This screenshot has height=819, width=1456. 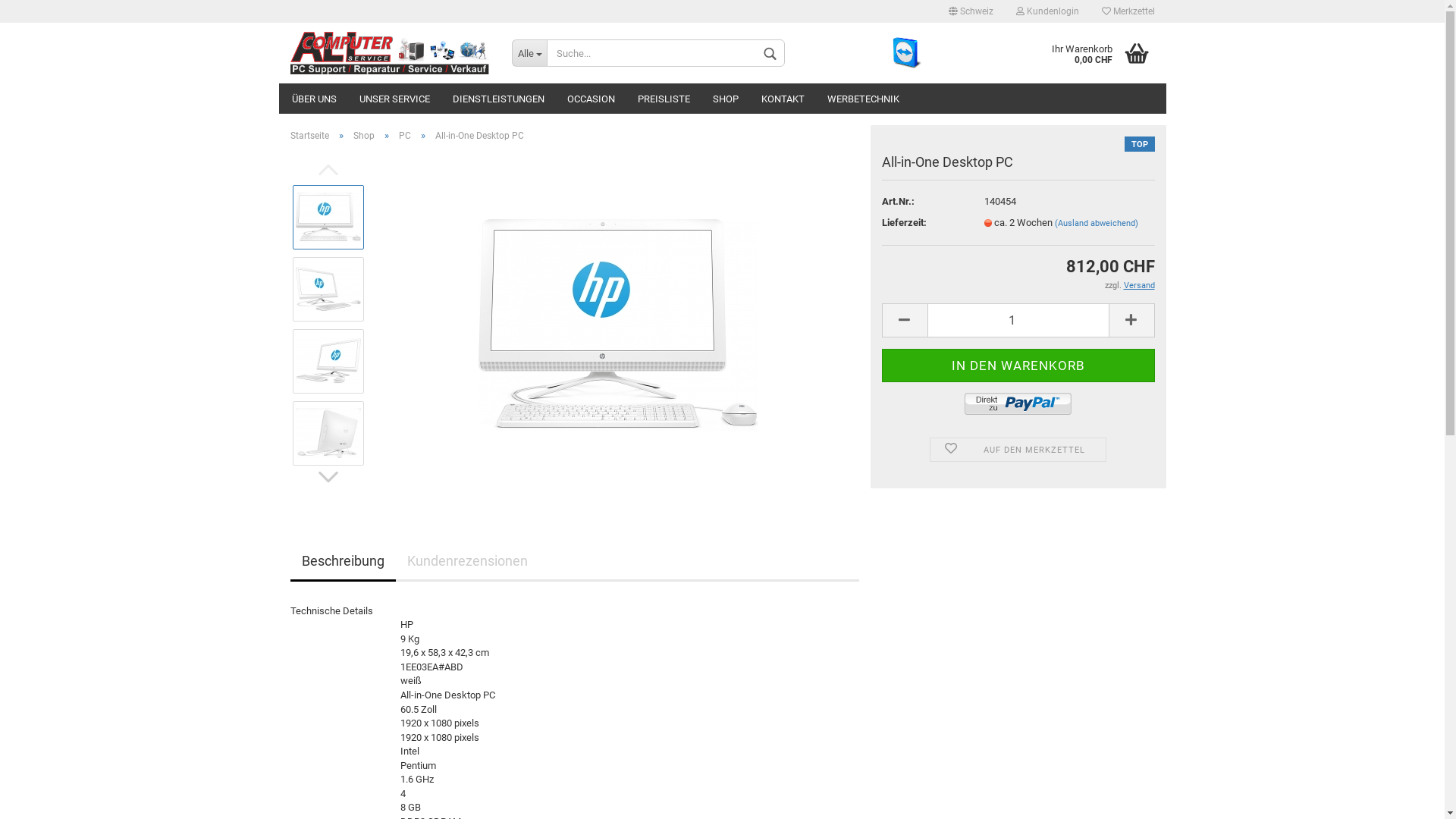 I want to click on 'DIENSTLEISTUNGEN', so click(x=498, y=99).